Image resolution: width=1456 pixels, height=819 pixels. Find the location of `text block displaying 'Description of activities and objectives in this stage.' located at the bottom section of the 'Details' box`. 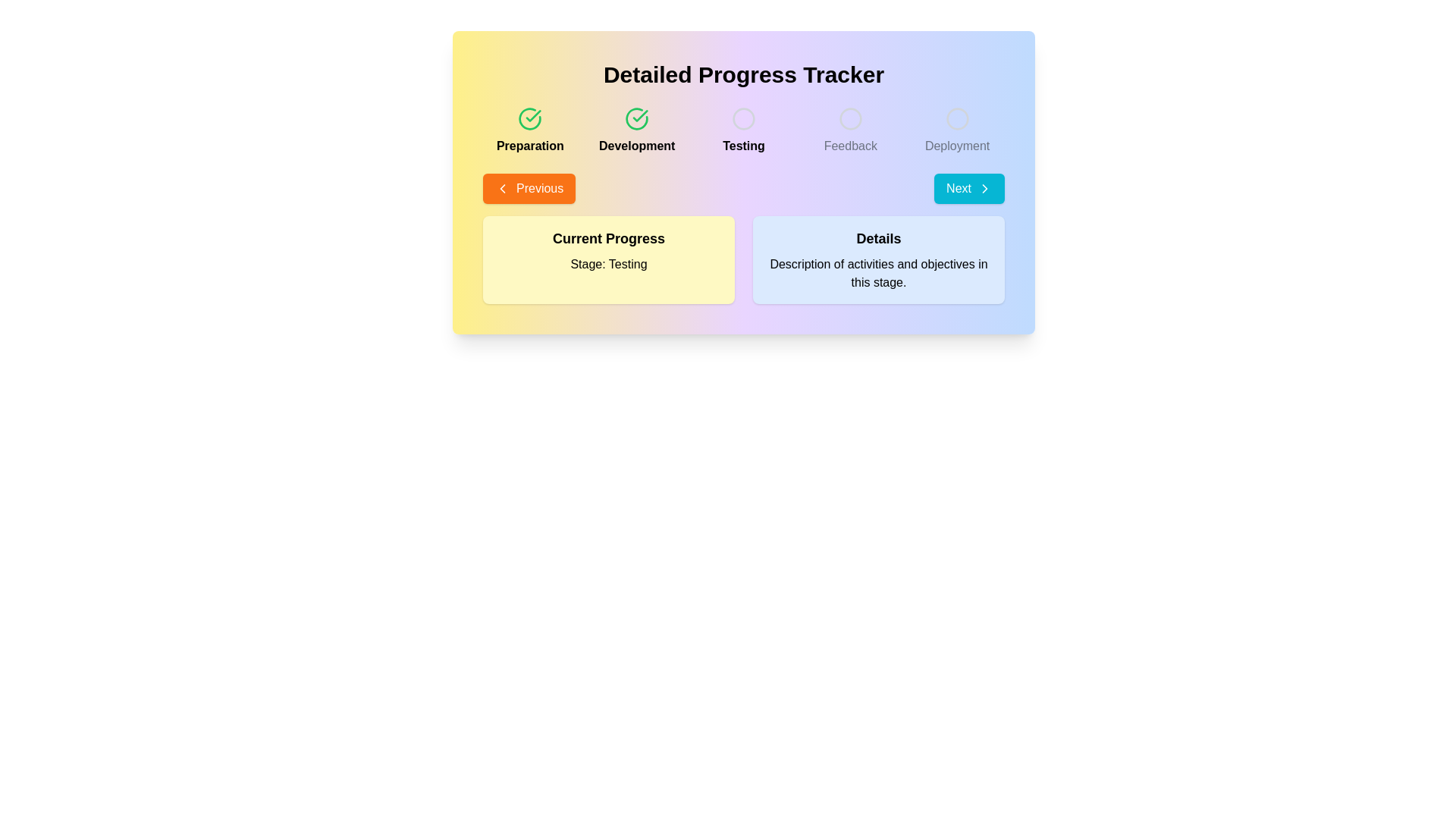

text block displaying 'Description of activities and objectives in this stage.' located at the bottom section of the 'Details' box is located at coordinates (878, 274).